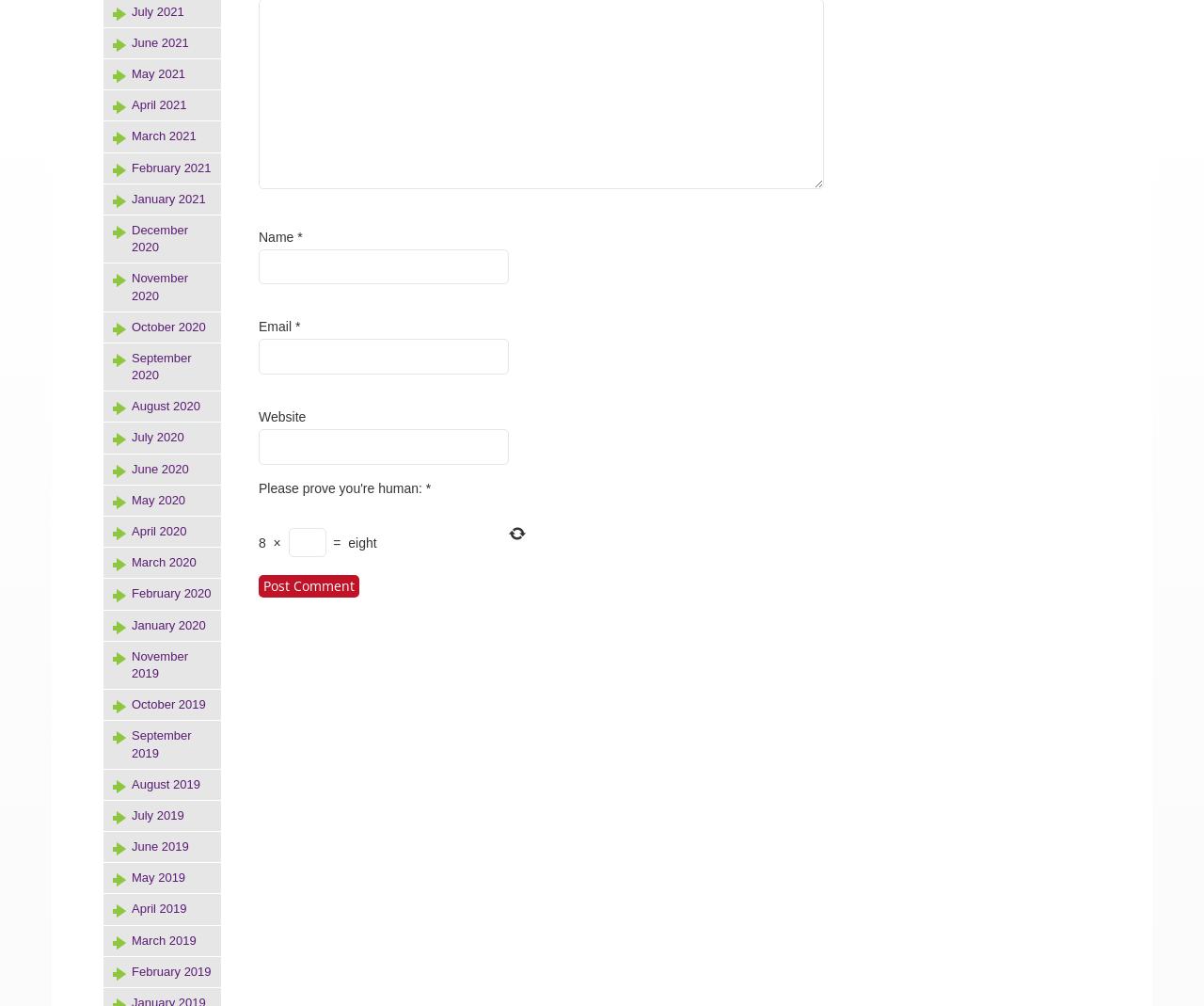 The image size is (1204, 1006). What do you see at coordinates (171, 167) in the screenshot?
I see `'February 2021'` at bounding box center [171, 167].